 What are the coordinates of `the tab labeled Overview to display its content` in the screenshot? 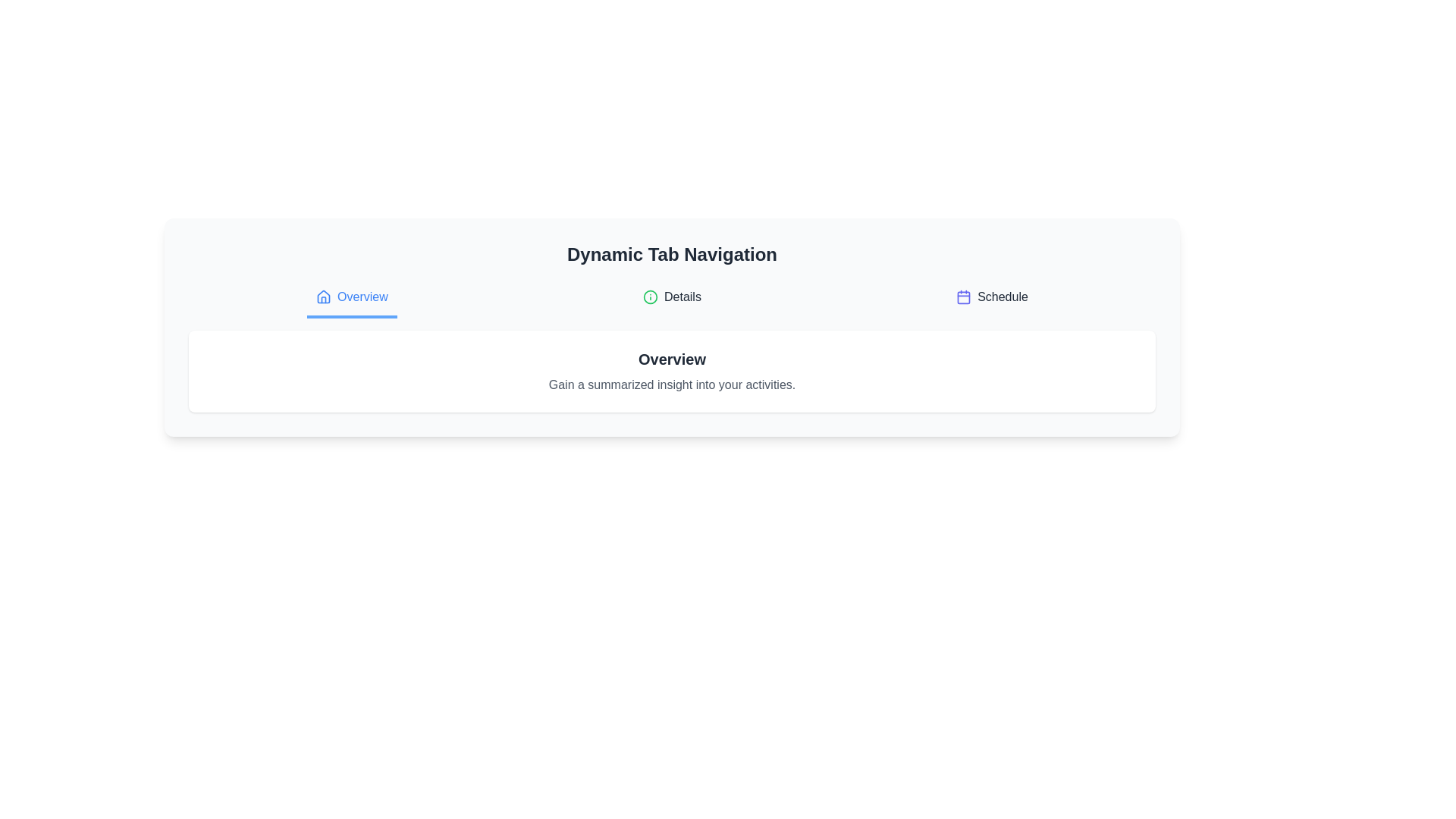 It's located at (351, 298).